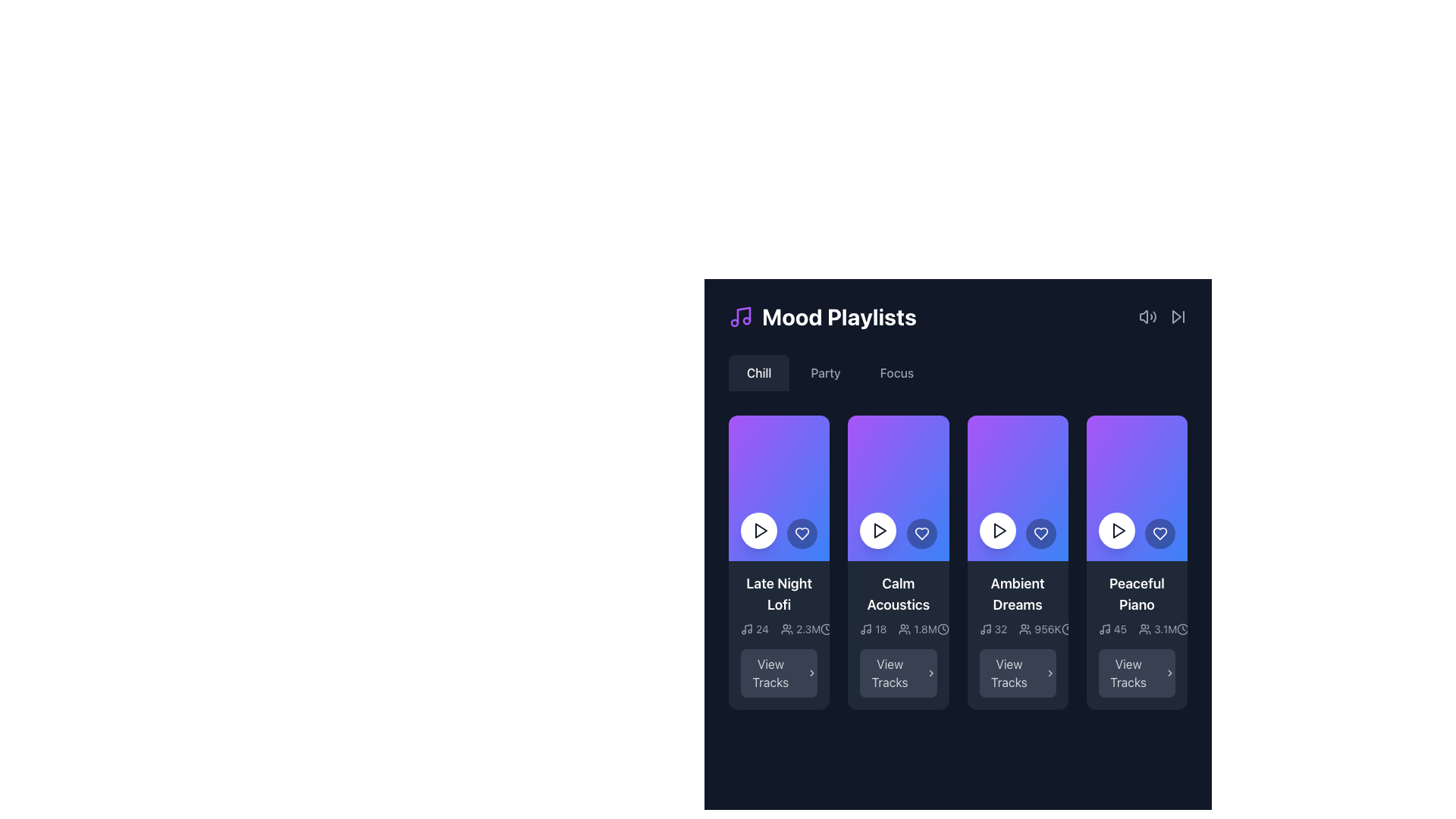 Image resolution: width=1456 pixels, height=819 pixels. Describe the element at coordinates (1040, 533) in the screenshot. I see `the heart-shaped icon in the top-right section of the 'Ambient Dreams' playlist card` at that location.